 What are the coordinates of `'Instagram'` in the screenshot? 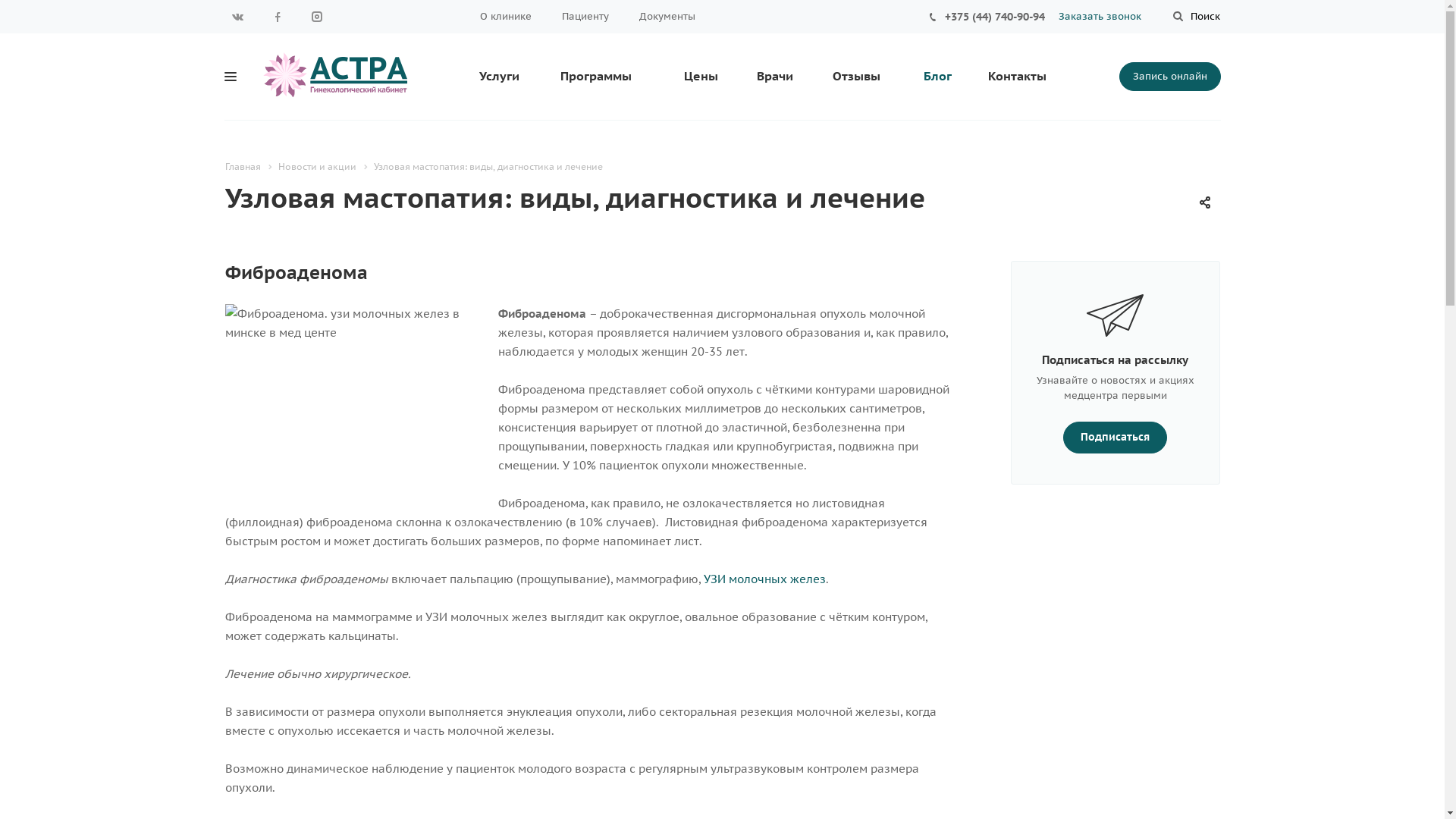 It's located at (315, 17).